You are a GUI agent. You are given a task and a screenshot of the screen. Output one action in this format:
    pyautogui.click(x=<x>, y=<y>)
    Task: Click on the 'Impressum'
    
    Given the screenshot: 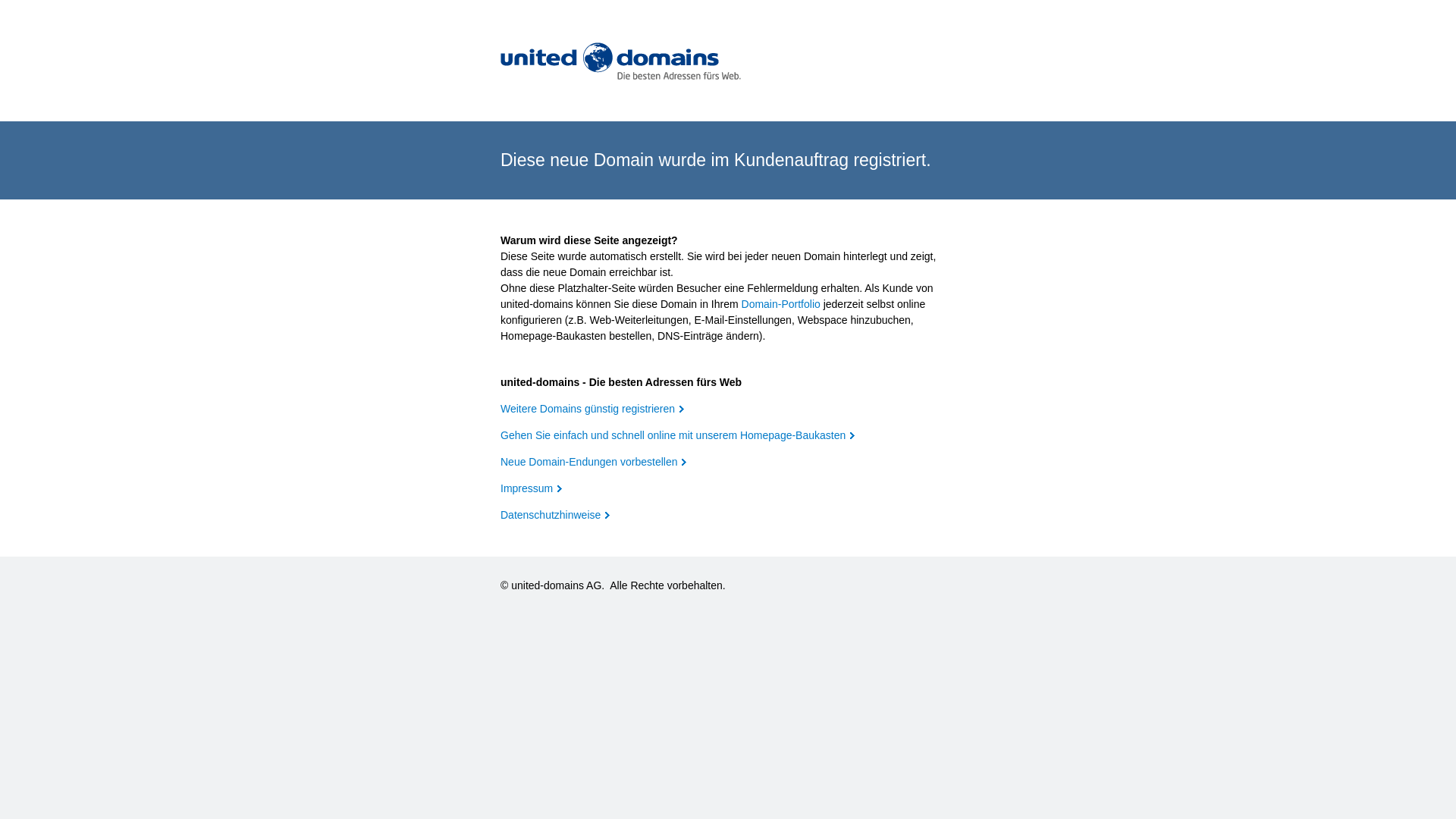 What is the action you would take?
    pyautogui.click(x=531, y=488)
    